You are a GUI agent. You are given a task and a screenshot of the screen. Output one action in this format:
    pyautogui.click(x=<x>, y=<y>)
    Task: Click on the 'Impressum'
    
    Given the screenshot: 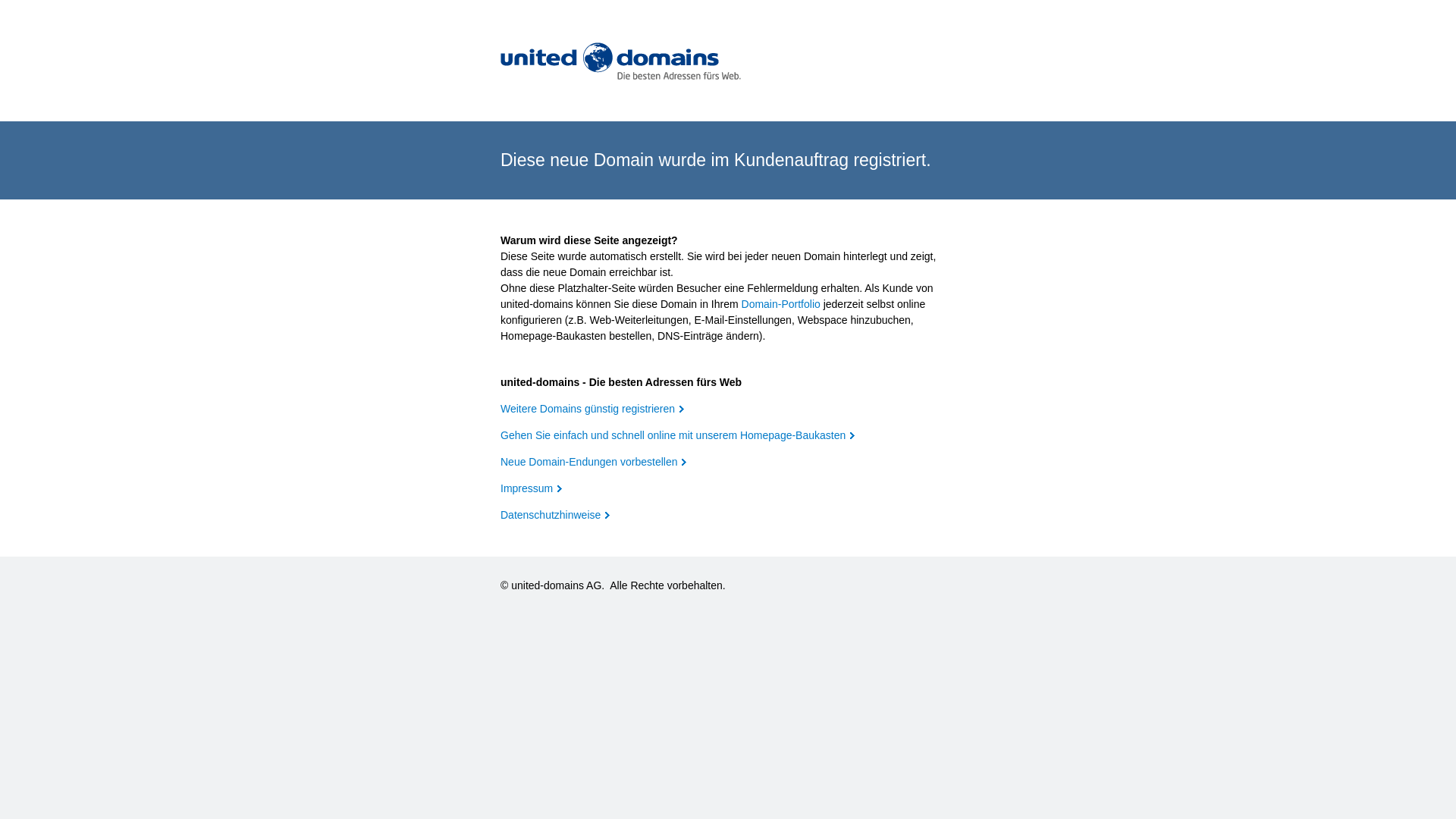 What is the action you would take?
    pyautogui.click(x=531, y=488)
    